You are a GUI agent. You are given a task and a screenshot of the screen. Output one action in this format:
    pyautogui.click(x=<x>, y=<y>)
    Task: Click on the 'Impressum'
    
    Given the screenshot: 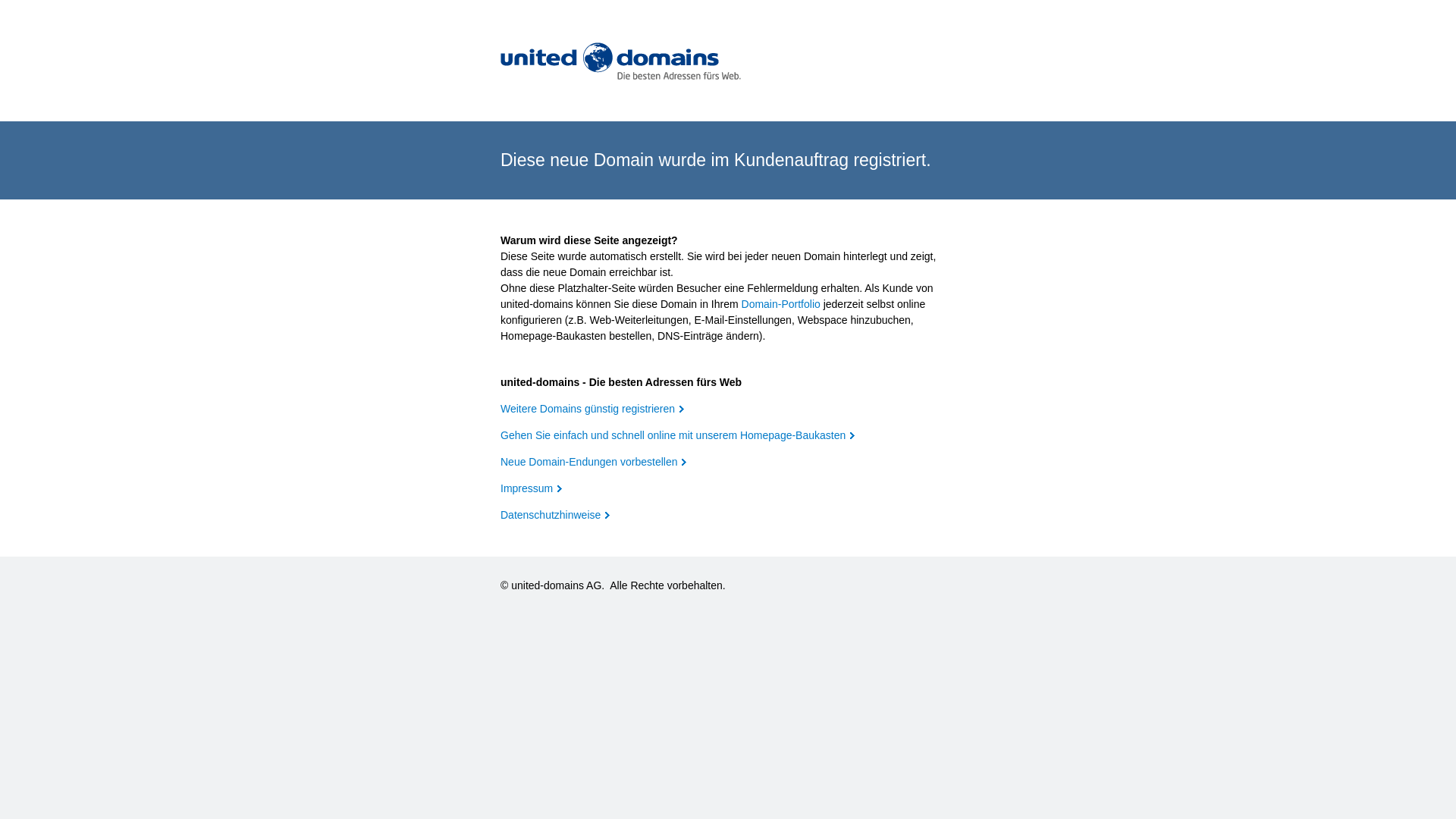 What is the action you would take?
    pyautogui.click(x=531, y=488)
    